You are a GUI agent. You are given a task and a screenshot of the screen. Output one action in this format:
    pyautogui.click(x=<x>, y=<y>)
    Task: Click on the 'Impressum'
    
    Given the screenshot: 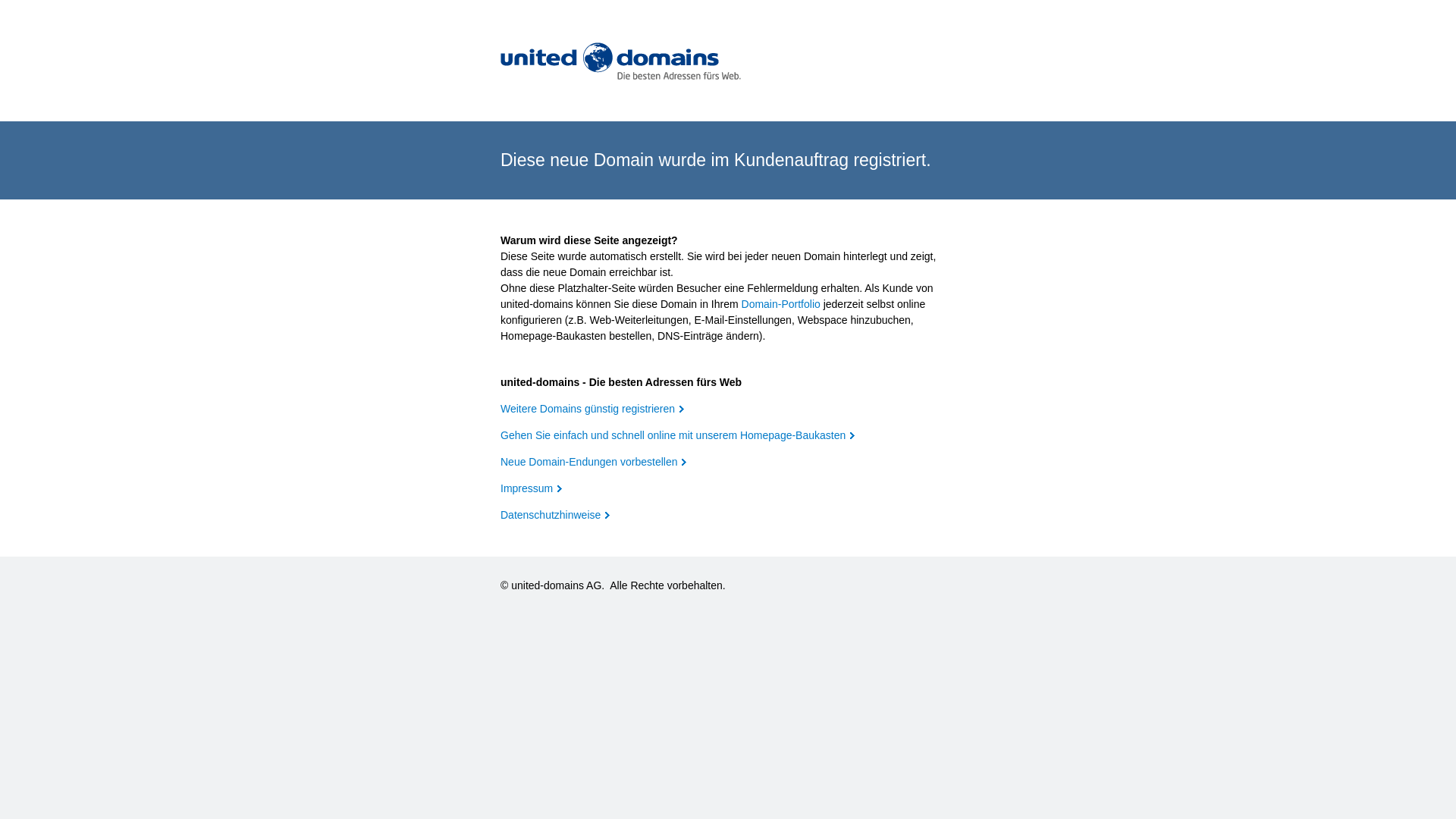 What is the action you would take?
    pyautogui.click(x=531, y=488)
    